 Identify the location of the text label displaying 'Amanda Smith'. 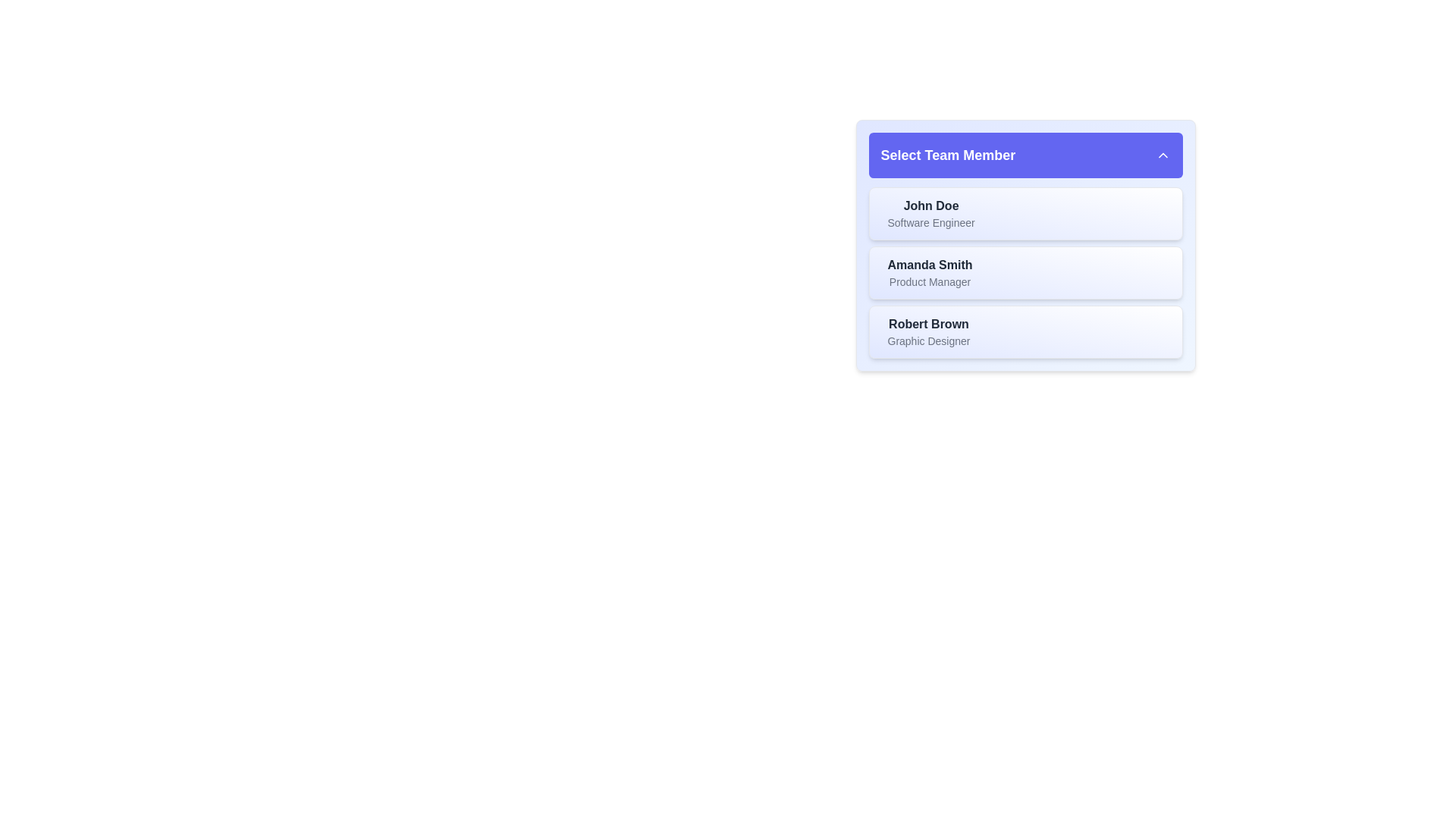
(929, 265).